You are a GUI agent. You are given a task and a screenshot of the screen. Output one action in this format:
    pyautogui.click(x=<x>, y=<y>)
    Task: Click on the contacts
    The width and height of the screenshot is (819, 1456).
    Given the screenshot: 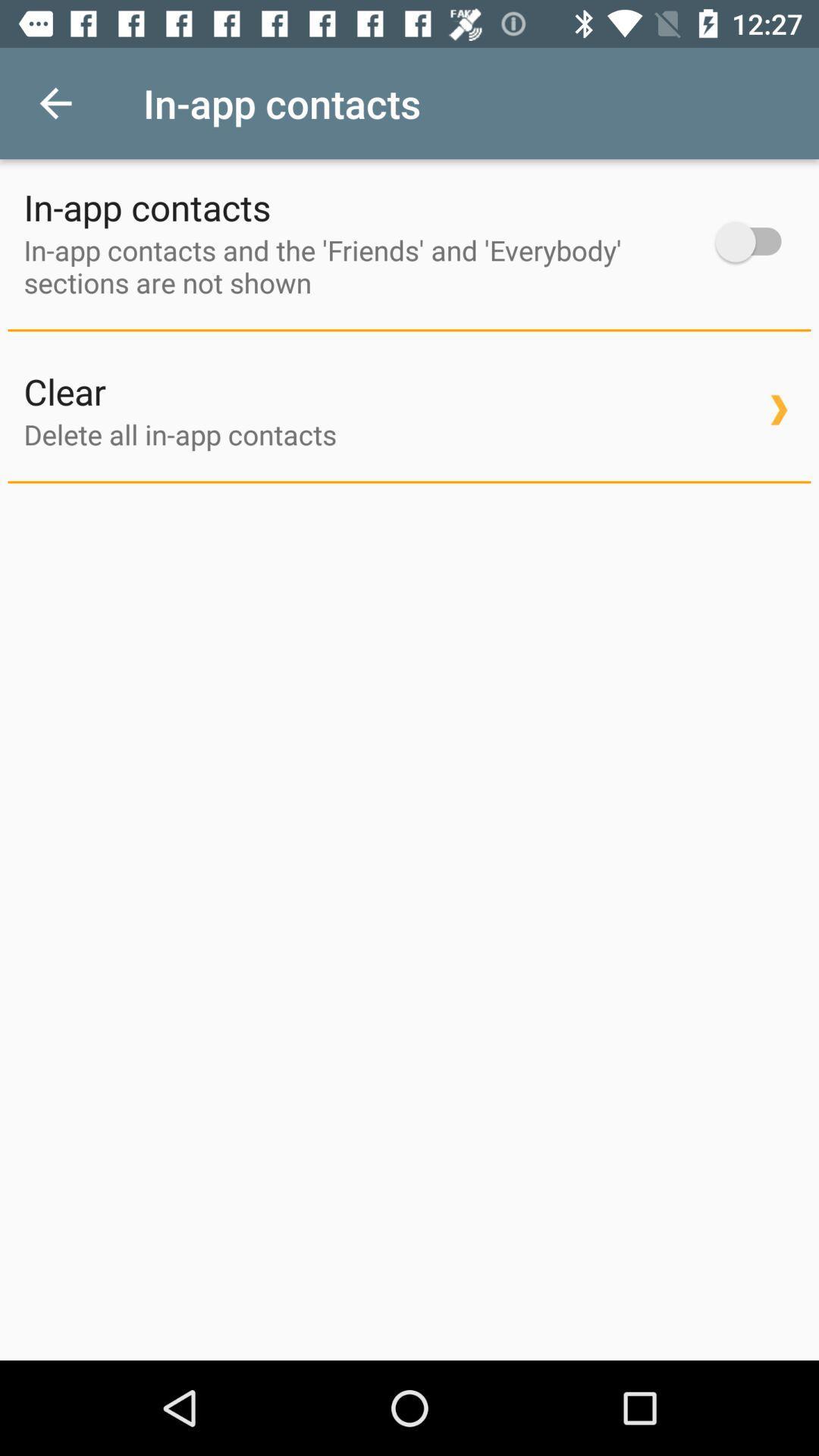 What is the action you would take?
    pyautogui.click(x=755, y=241)
    